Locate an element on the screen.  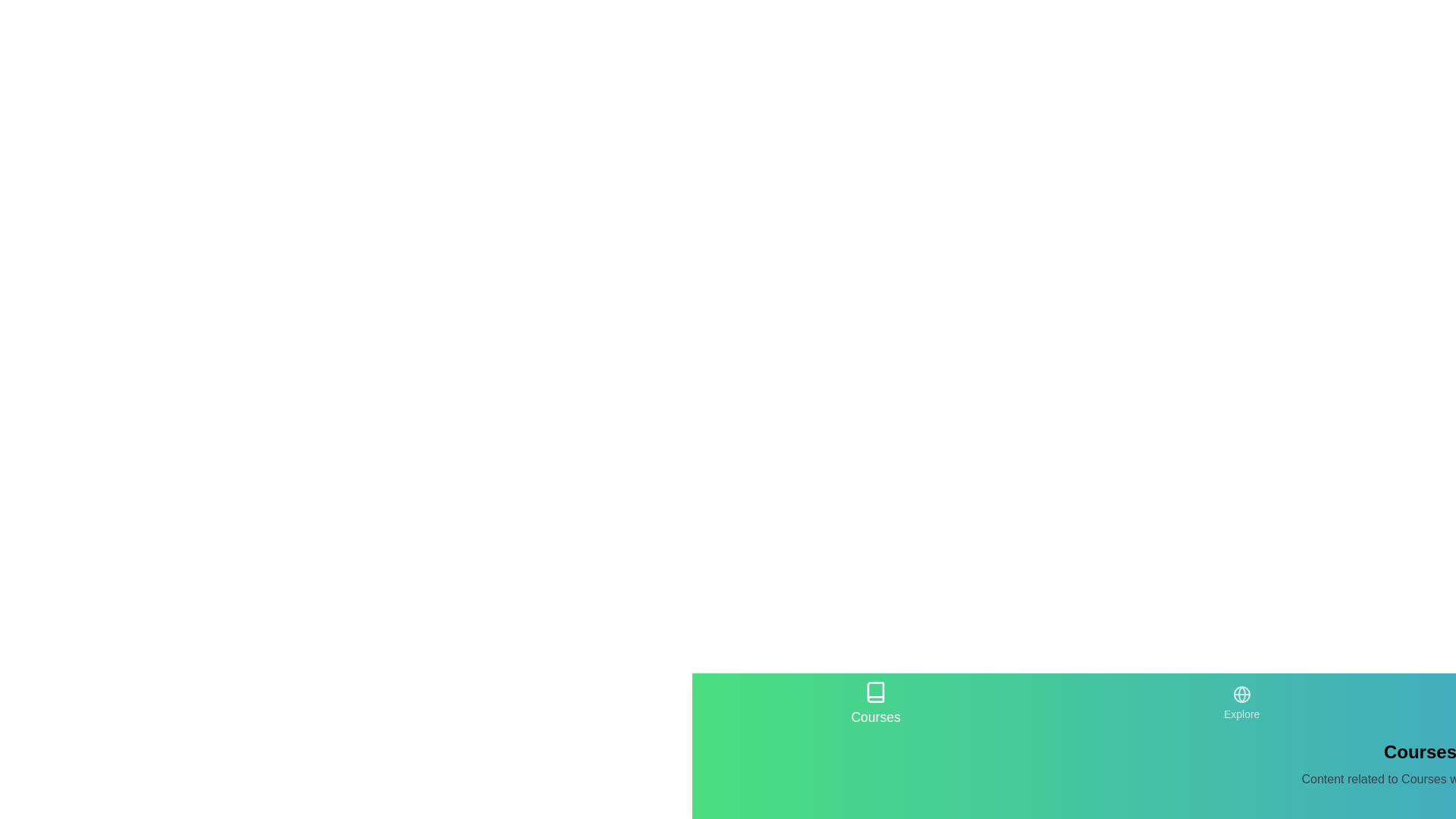
the Explore tab to observe its content is located at coordinates (1241, 704).